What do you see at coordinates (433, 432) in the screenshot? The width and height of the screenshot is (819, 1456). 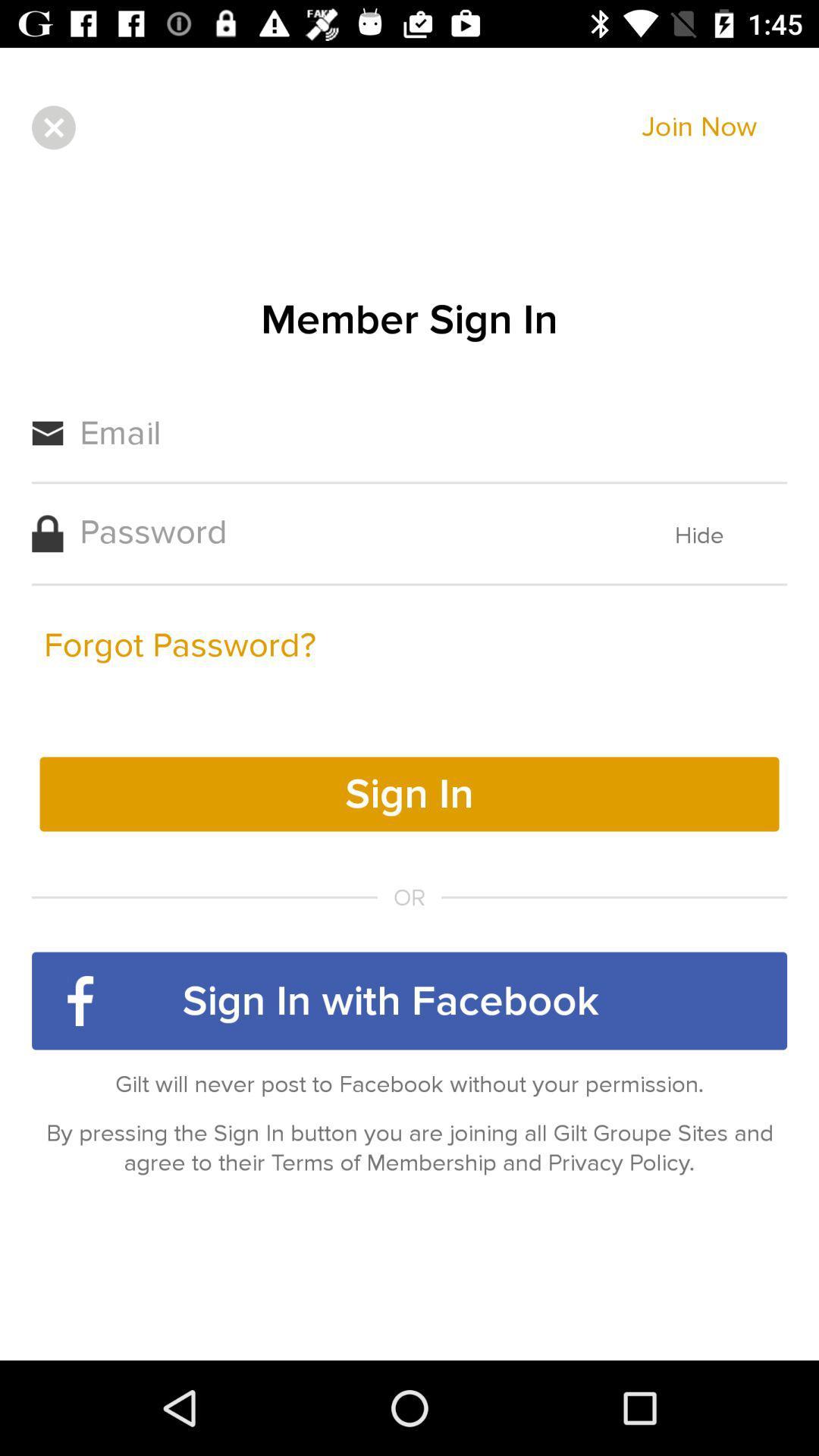 I see `the first text field having the text email` at bounding box center [433, 432].